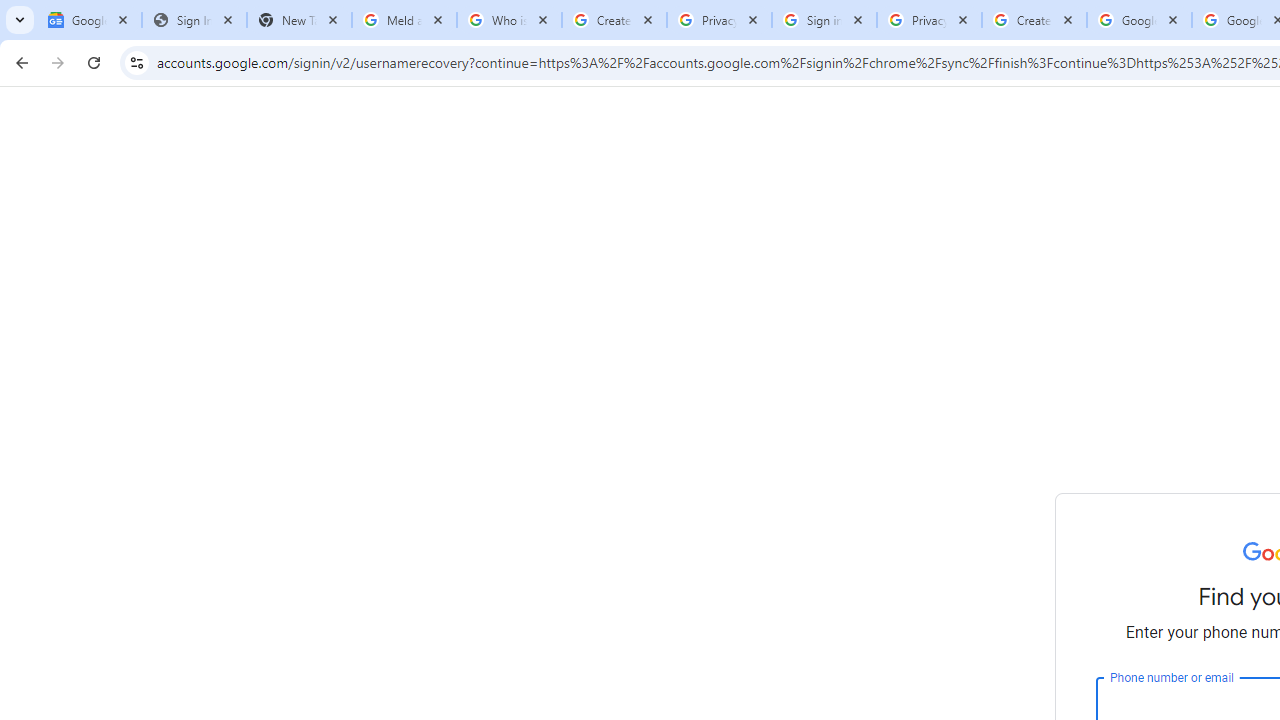  Describe the element at coordinates (194, 20) in the screenshot. I see `'Sign In - USA TODAY'` at that location.